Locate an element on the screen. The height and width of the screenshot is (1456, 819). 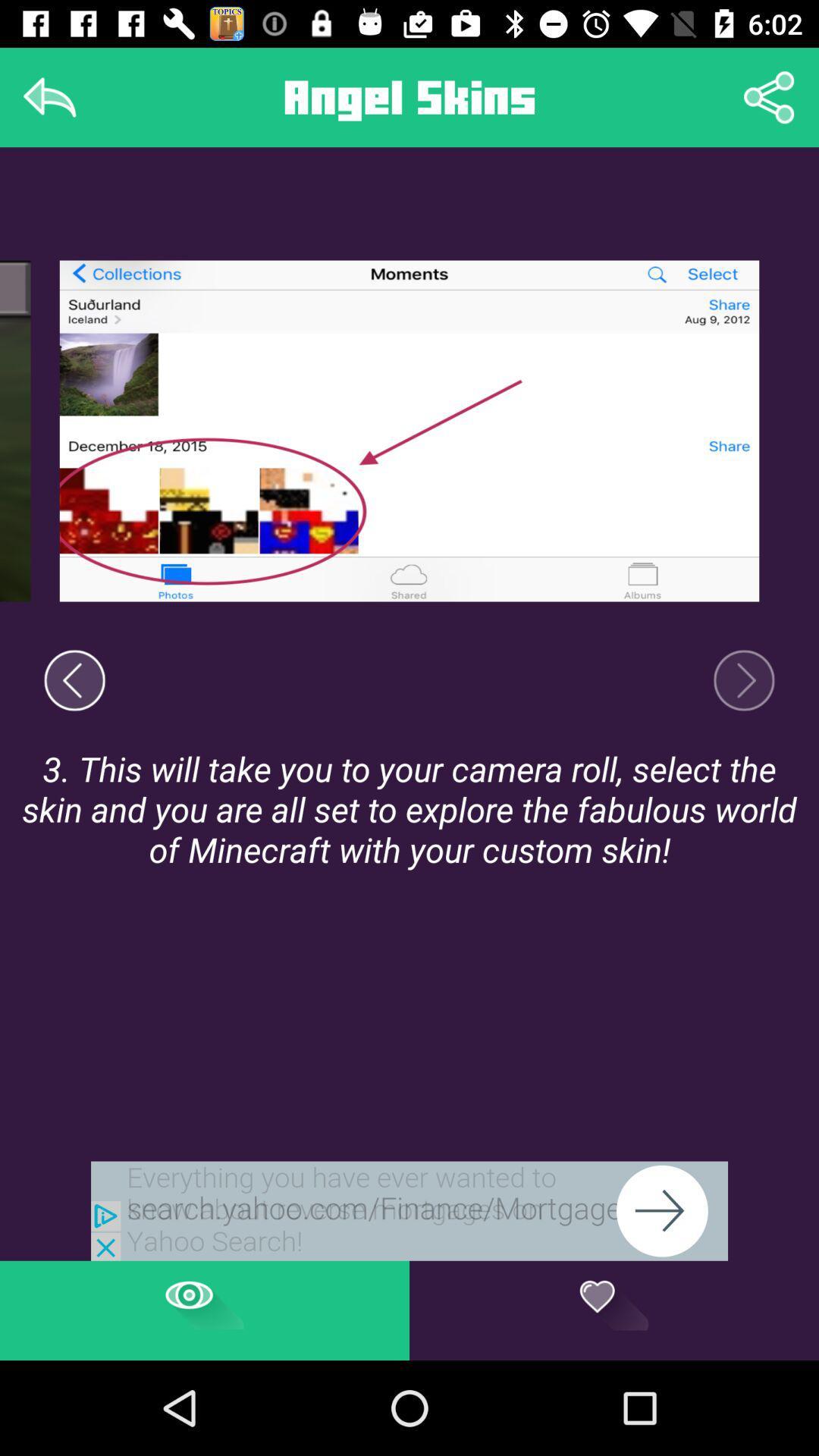
the reply icon is located at coordinates (49, 96).